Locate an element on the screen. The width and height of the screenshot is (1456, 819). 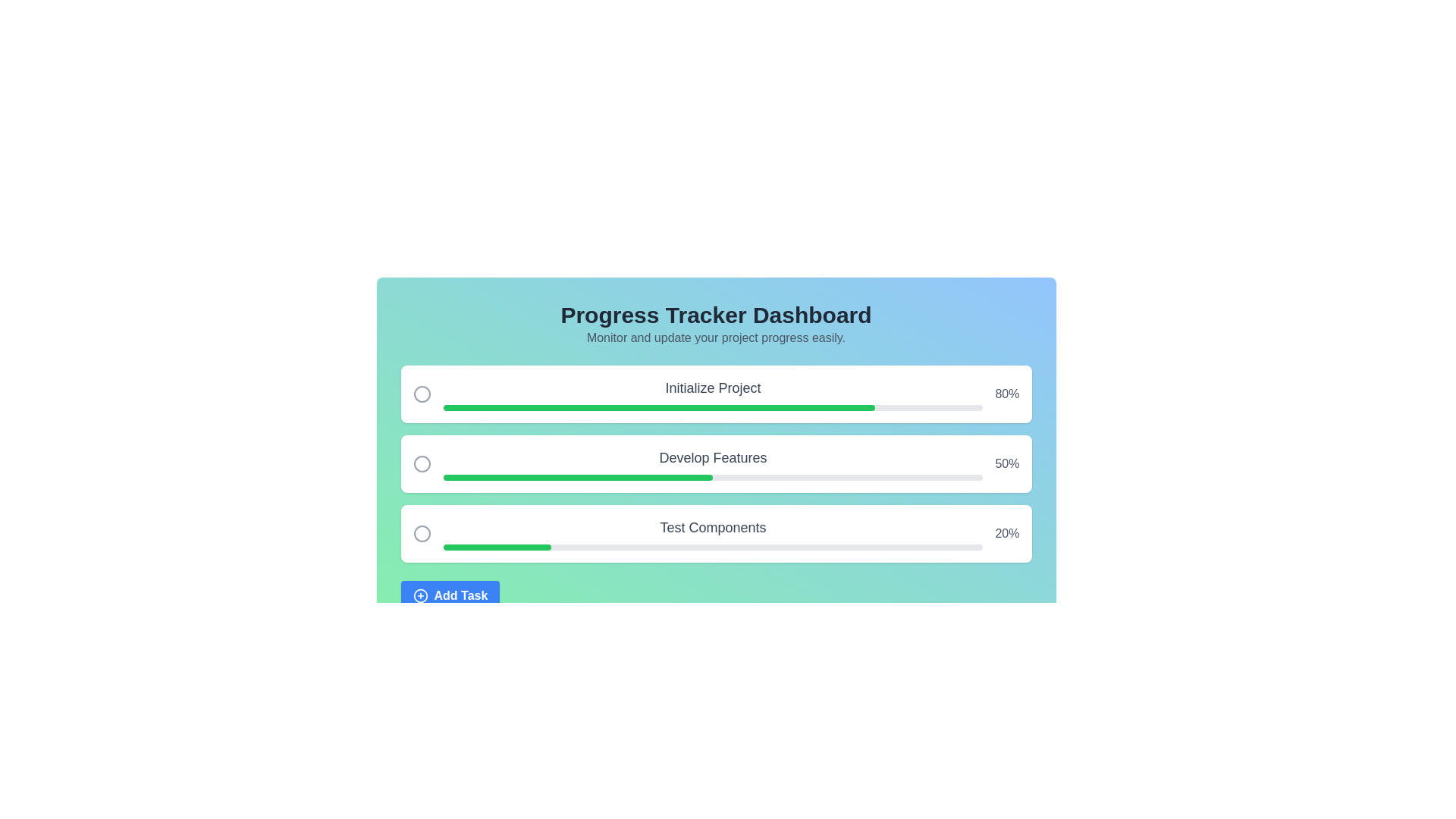
the third circular indicator in the progress tracker section next to the 'Test Components' label is located at coordinates (422, 533).